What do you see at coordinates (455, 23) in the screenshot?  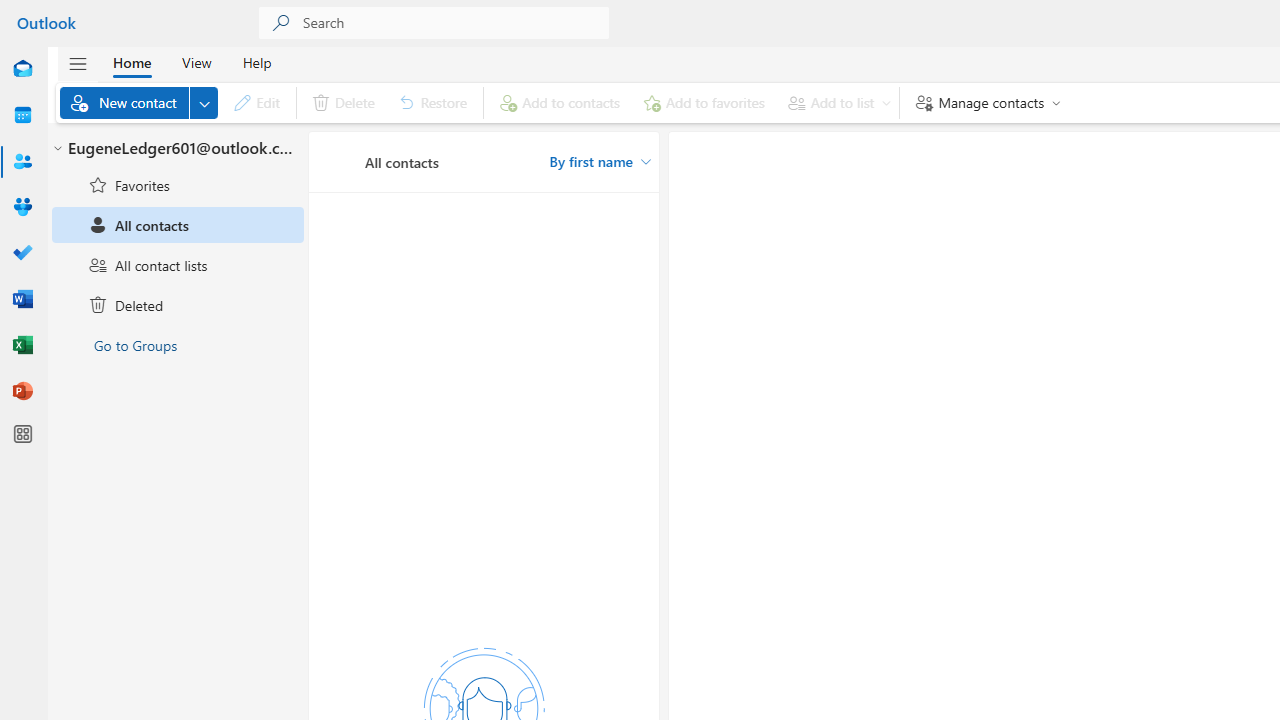 I see `'Search'` at bounding box center [455, 23].